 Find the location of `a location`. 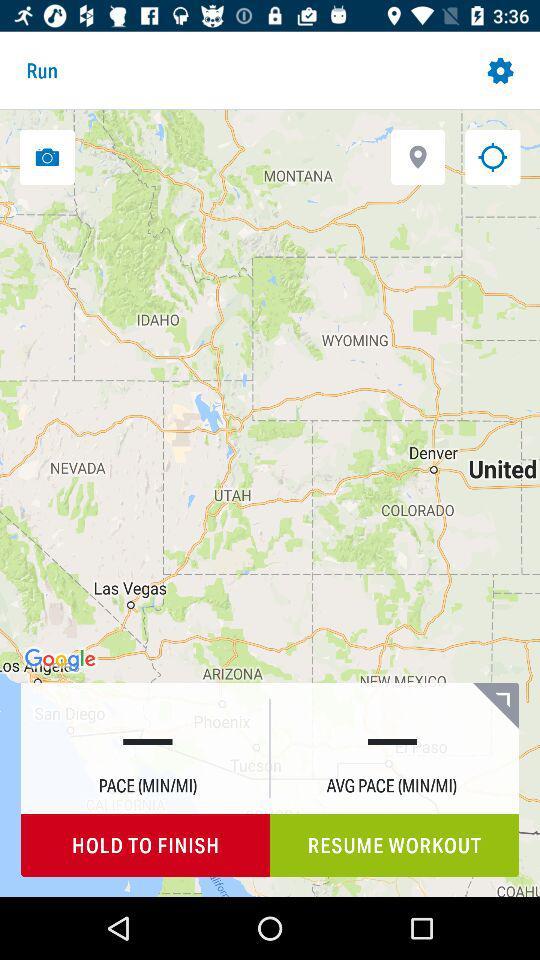

a location is located at coordinates (417, 156).